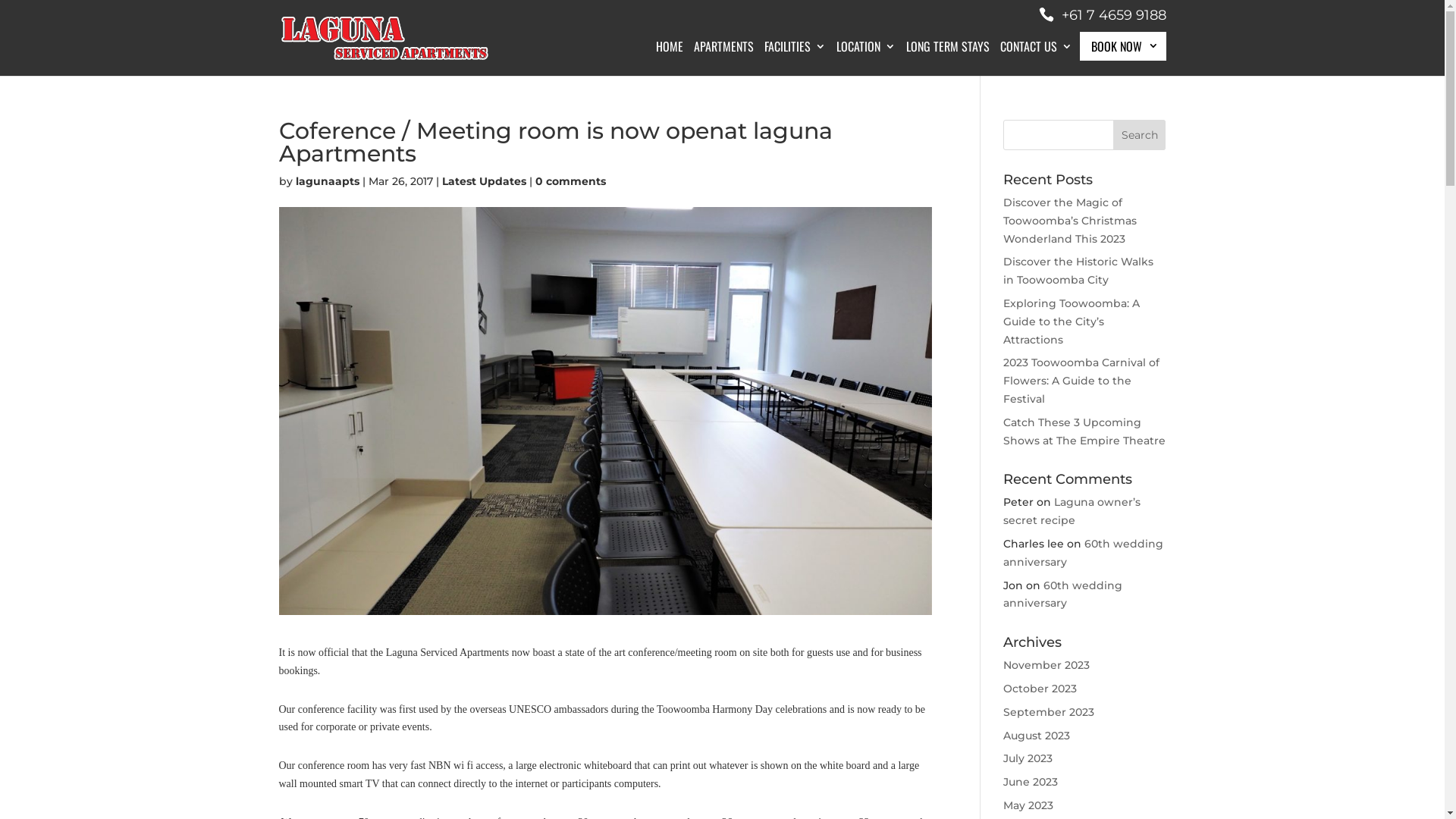 The width and height of the screenshot is (1456, 819). I want to click on 'LOCATION', so click(865, 58).